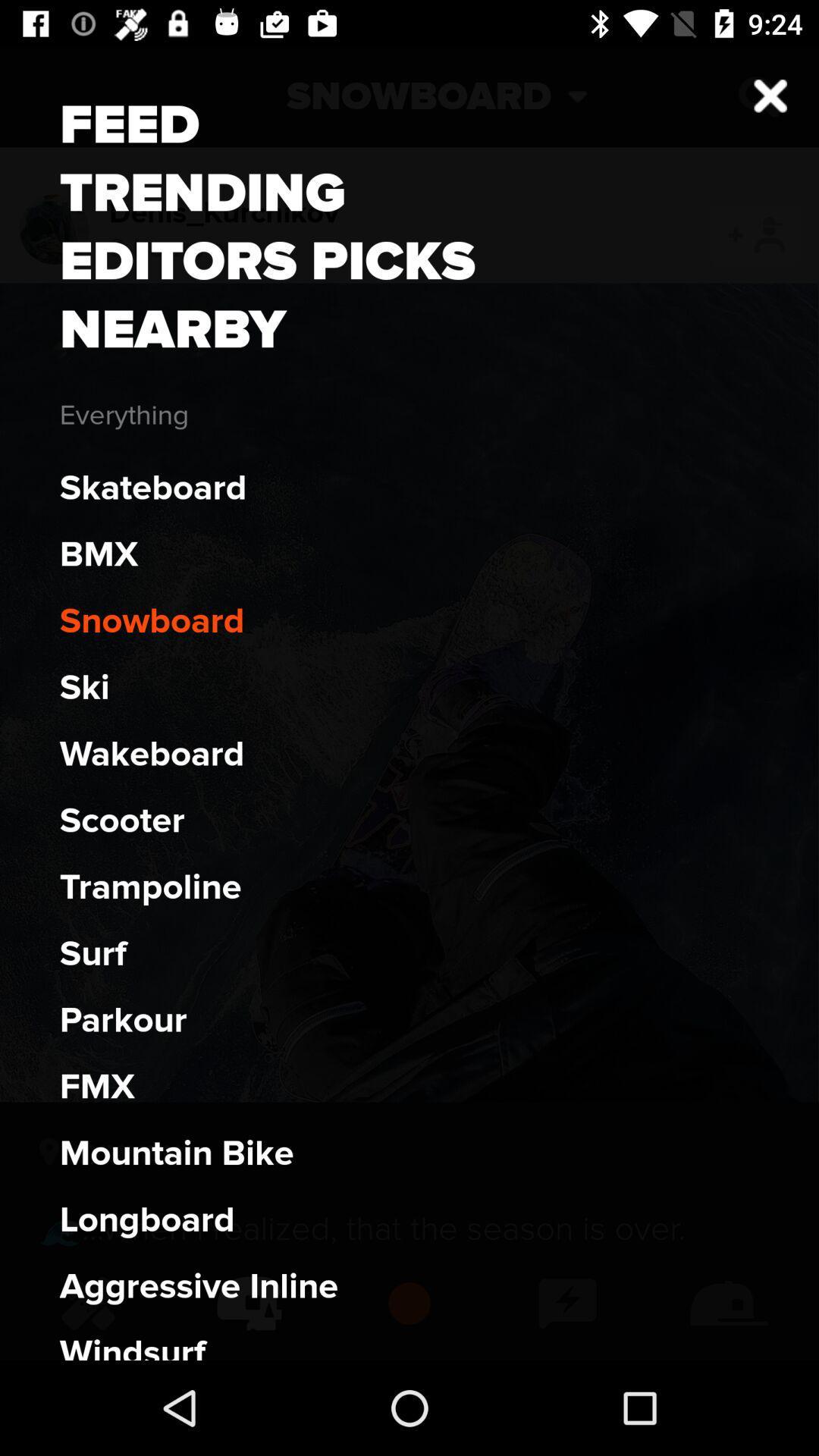 This screenshot has height=1456, width=819. Describe the element at coordinates (758, 96) in the screenshot. I see `the close icon` at that location.